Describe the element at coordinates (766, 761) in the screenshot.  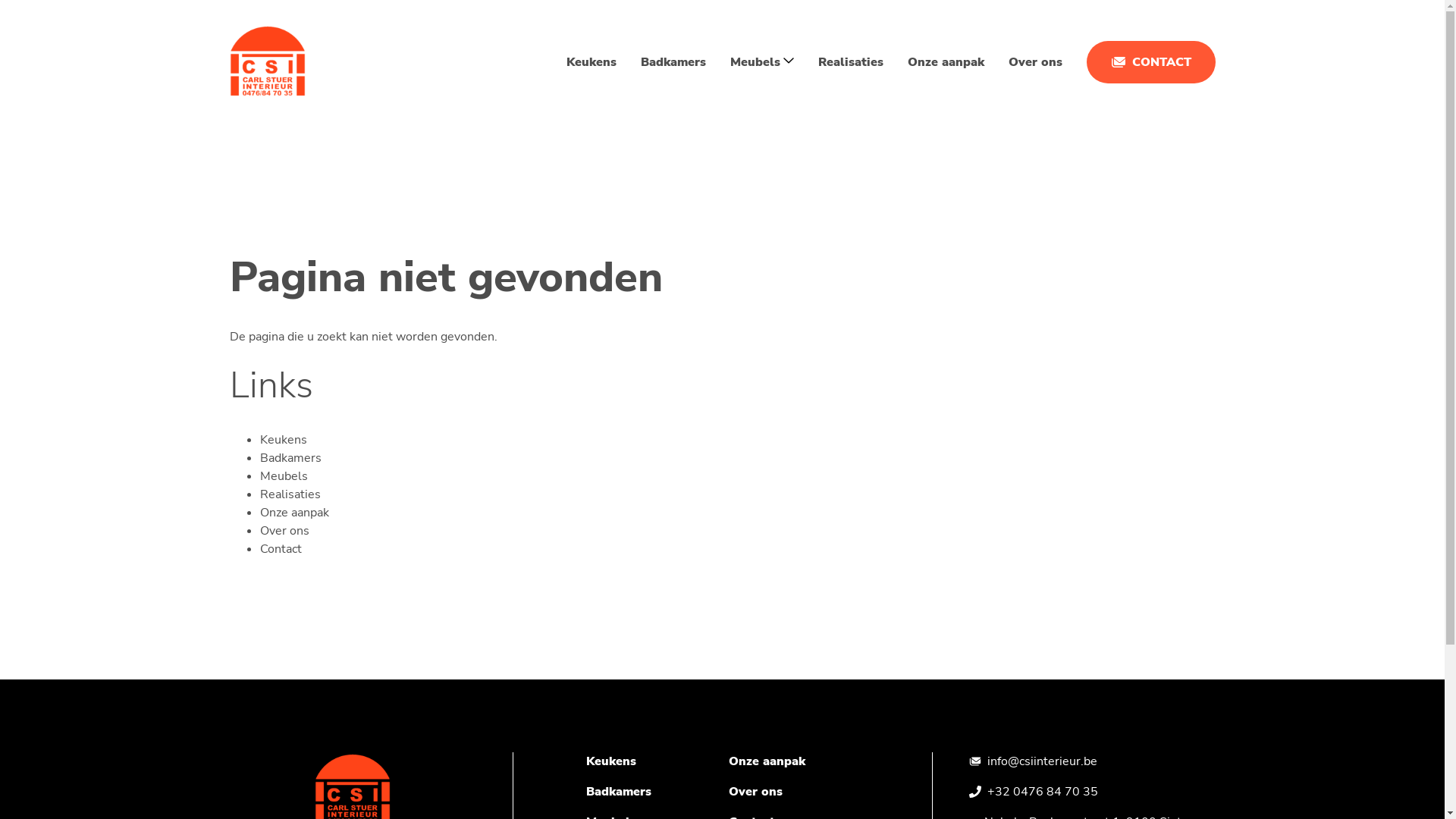
I see `'Onze aanpak'` at that location.